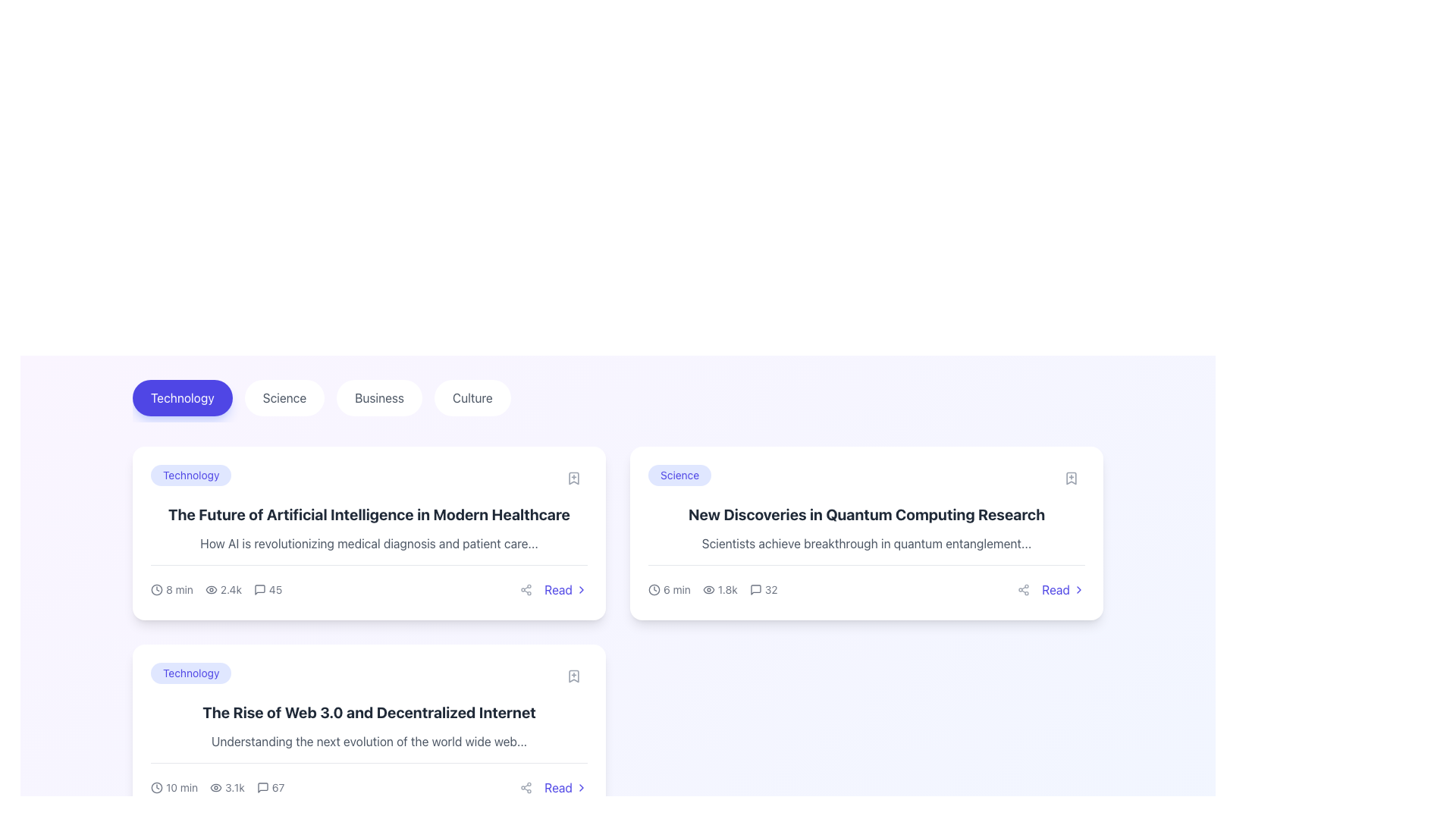 The width and height of the screenshot is (1456, 819). I want to click on the icon with text label that displays the number of views or impressions associated with the article, located in the first article card below the title and description, so click(222, 589).